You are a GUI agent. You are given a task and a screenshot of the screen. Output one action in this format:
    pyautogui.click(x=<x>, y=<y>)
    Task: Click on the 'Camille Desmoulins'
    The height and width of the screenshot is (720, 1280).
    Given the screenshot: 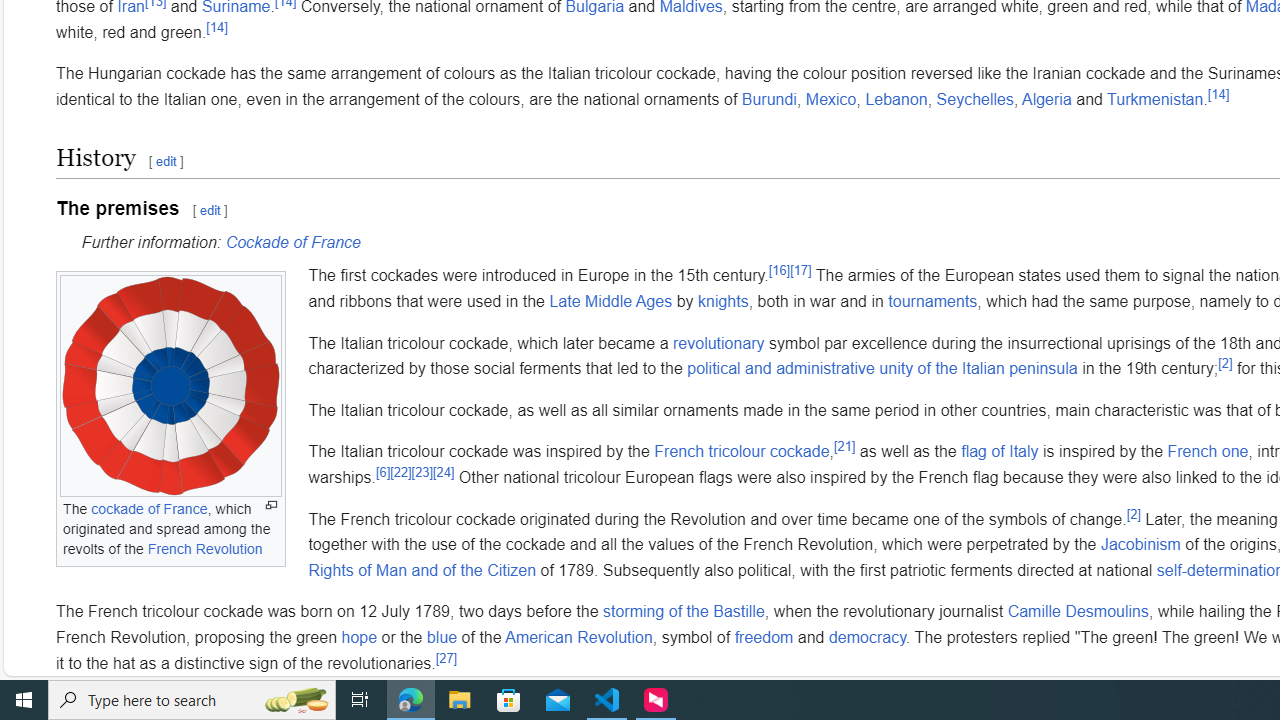 What is the action you would take?
    pyautogui.click(x=1077, y=611)
    